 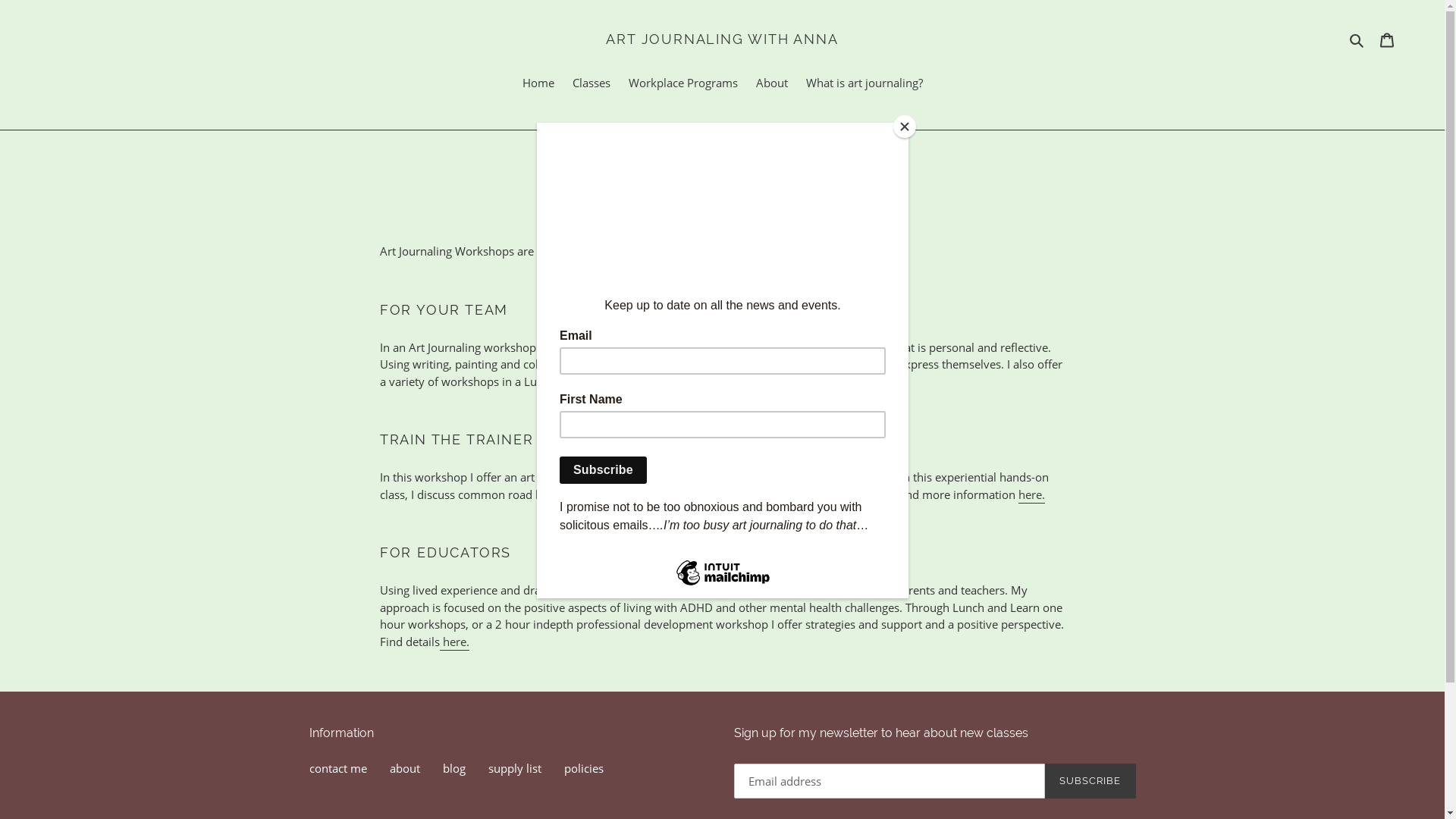 What do you see at coordinates (1357, 38) in the screenshot?
I see `'Search'` at bounding box center [1357, 38].